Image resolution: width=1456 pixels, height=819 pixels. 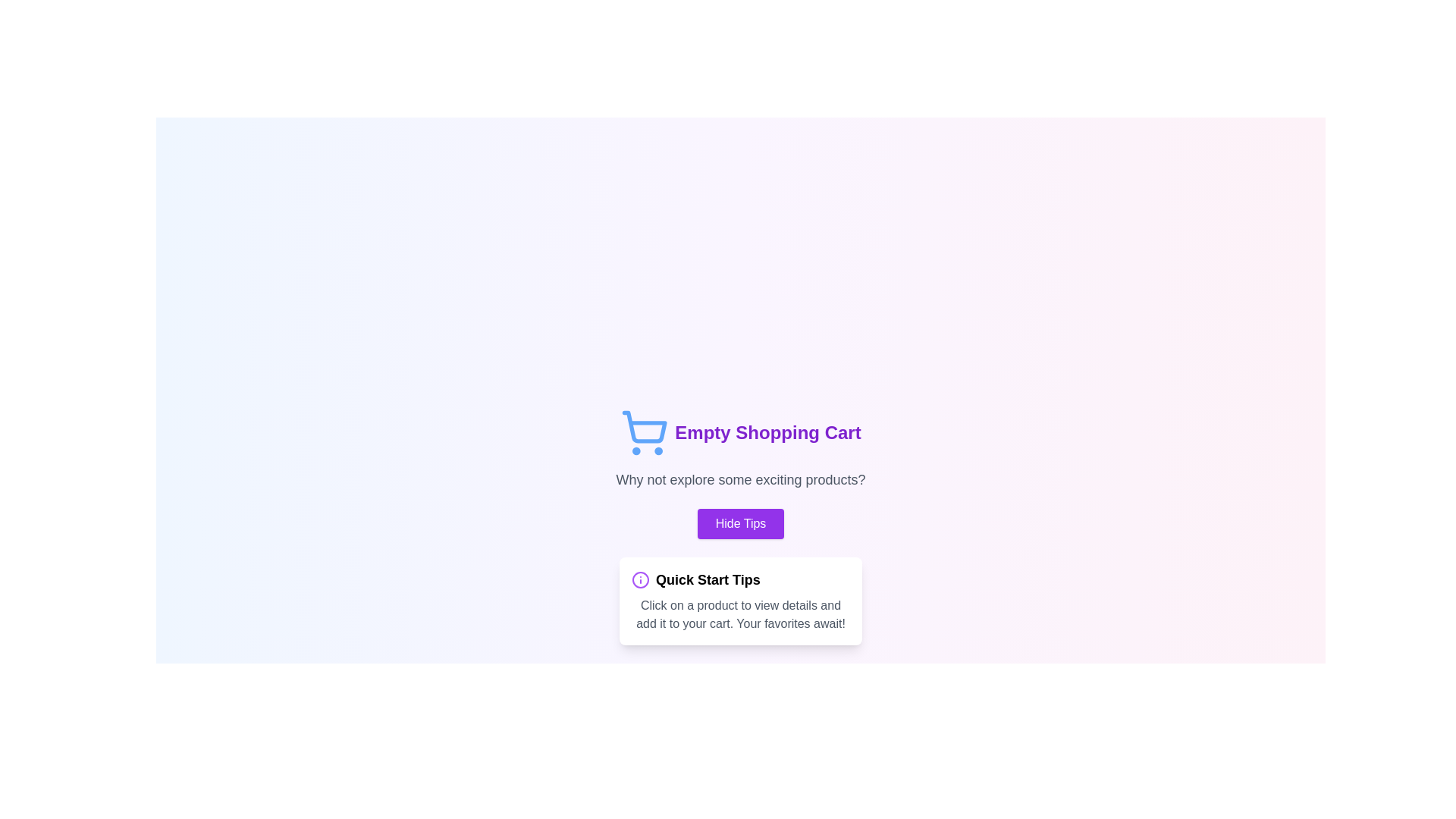 I want to click on the shopping cart icon that visually represents an empty shopping cart, located to the left of the text 'Empty Shopping Cart', so click(x=645, y=432).